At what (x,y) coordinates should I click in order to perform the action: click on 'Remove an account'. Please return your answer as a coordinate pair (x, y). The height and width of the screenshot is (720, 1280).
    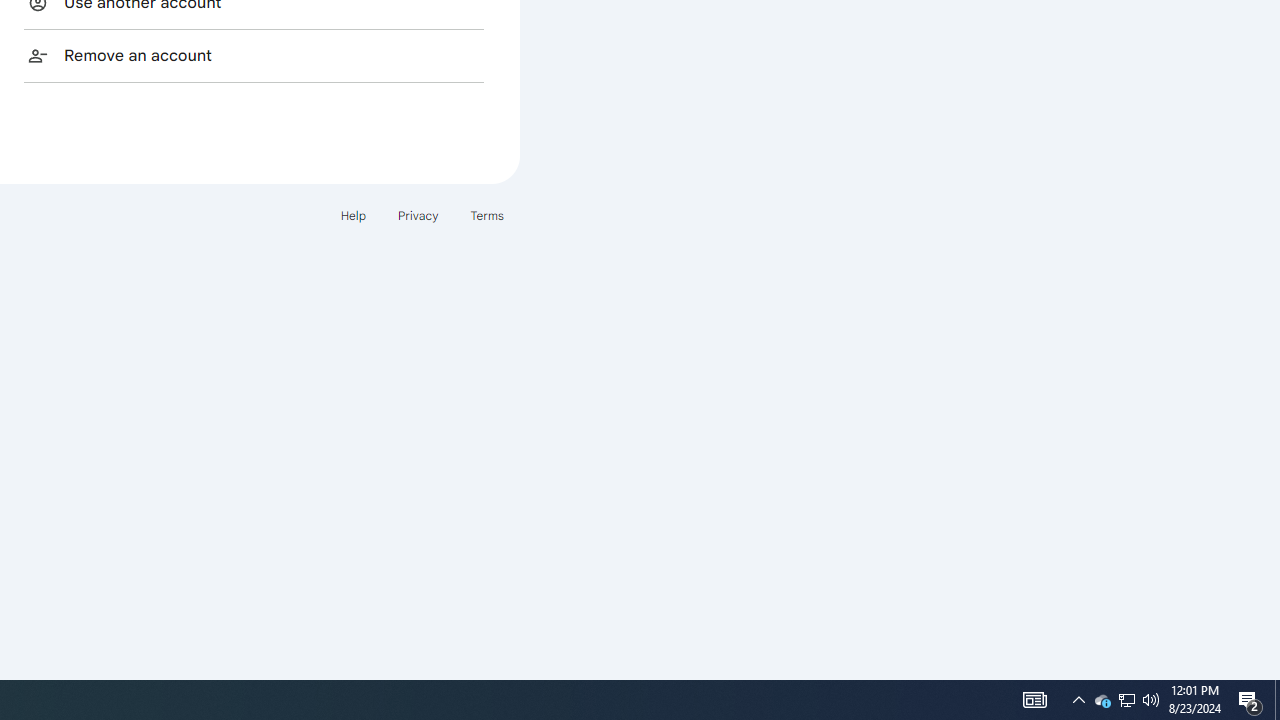
    Looking at the image, I should click on (253, 54).